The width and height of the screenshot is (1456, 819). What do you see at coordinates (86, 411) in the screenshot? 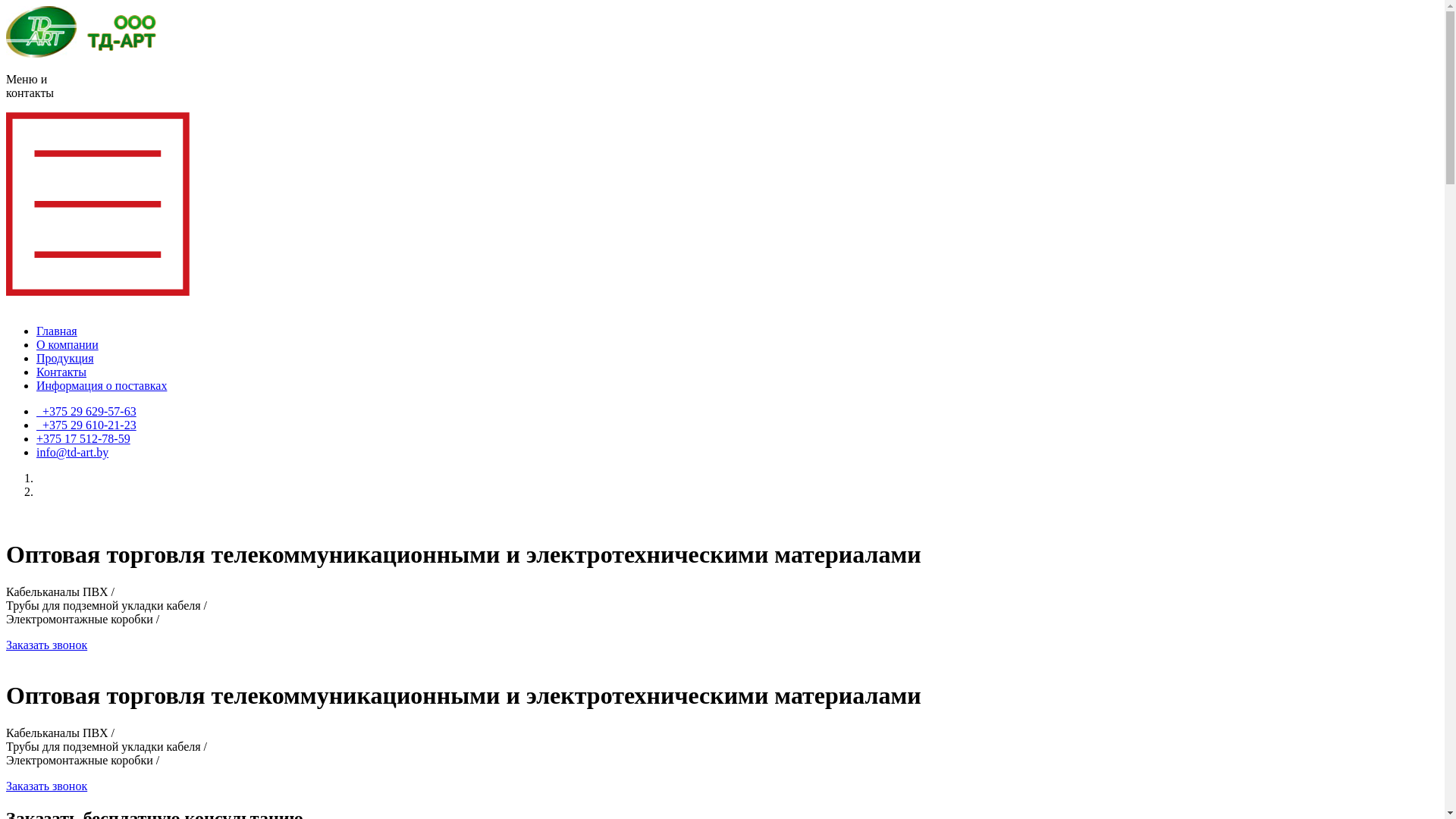
I see `'+375 29 629-57-63'` at bounding box center [86, 411].